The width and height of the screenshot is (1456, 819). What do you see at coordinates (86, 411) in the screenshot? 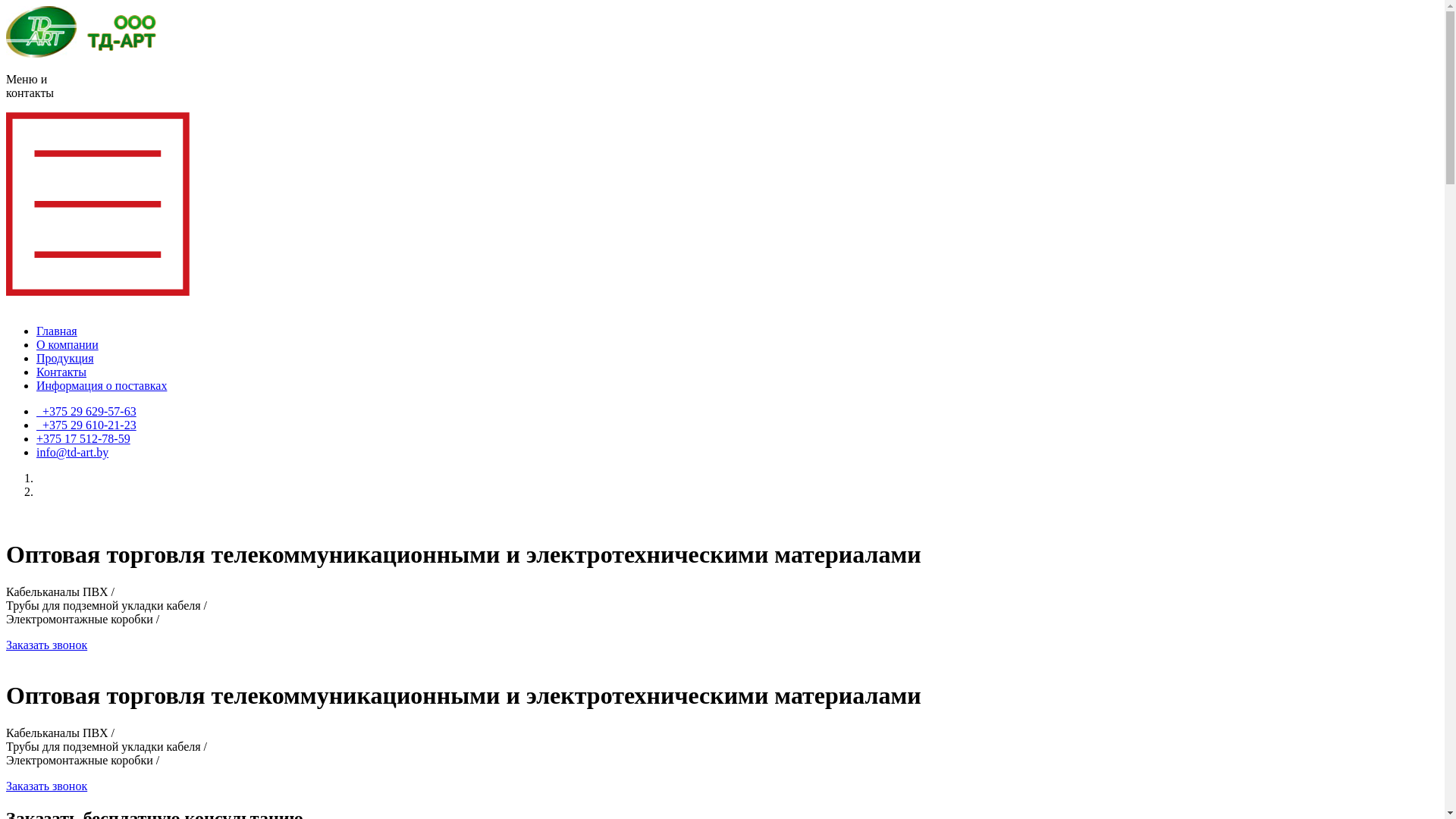
I see `'+375 29 629-57-63'` at bounding box center [86, 411].